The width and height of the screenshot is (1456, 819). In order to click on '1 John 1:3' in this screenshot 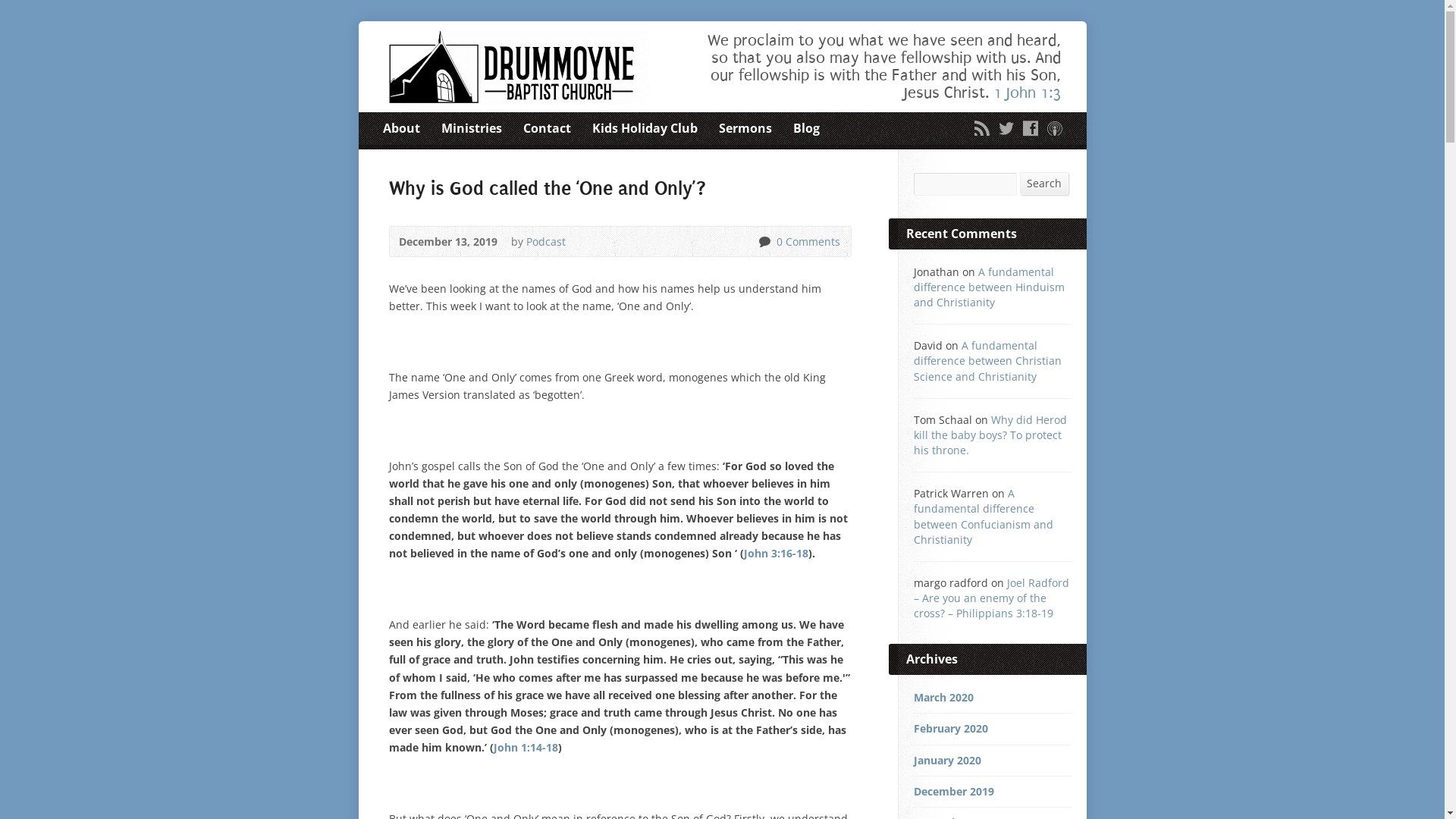, I will do `click(1027, 93)`.